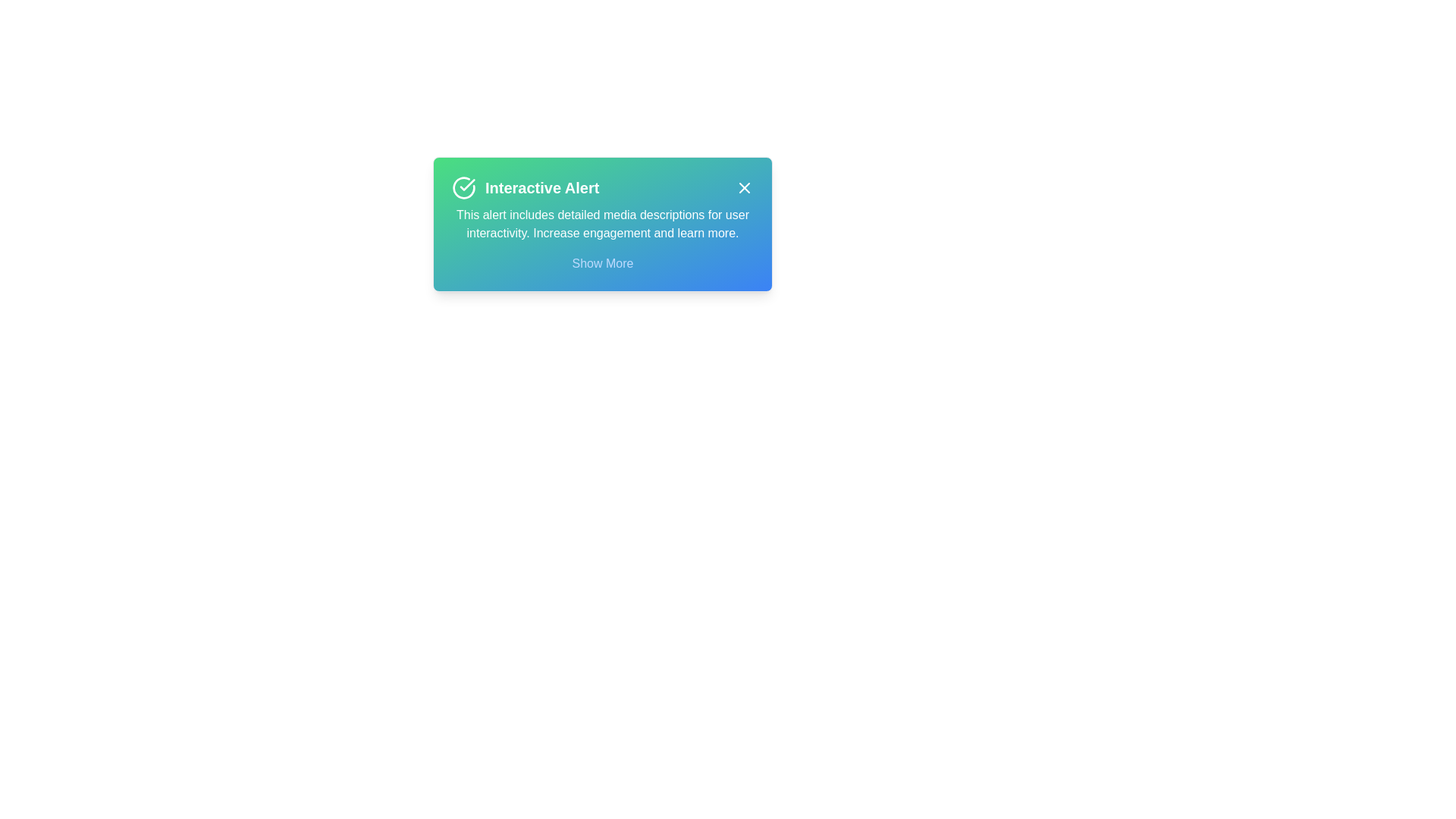 The width and height of the screenshot is (1456, 819). Describe the element at coordinates (602, 224) in the screenshot. I see `the notification area to focus on it` at that location.